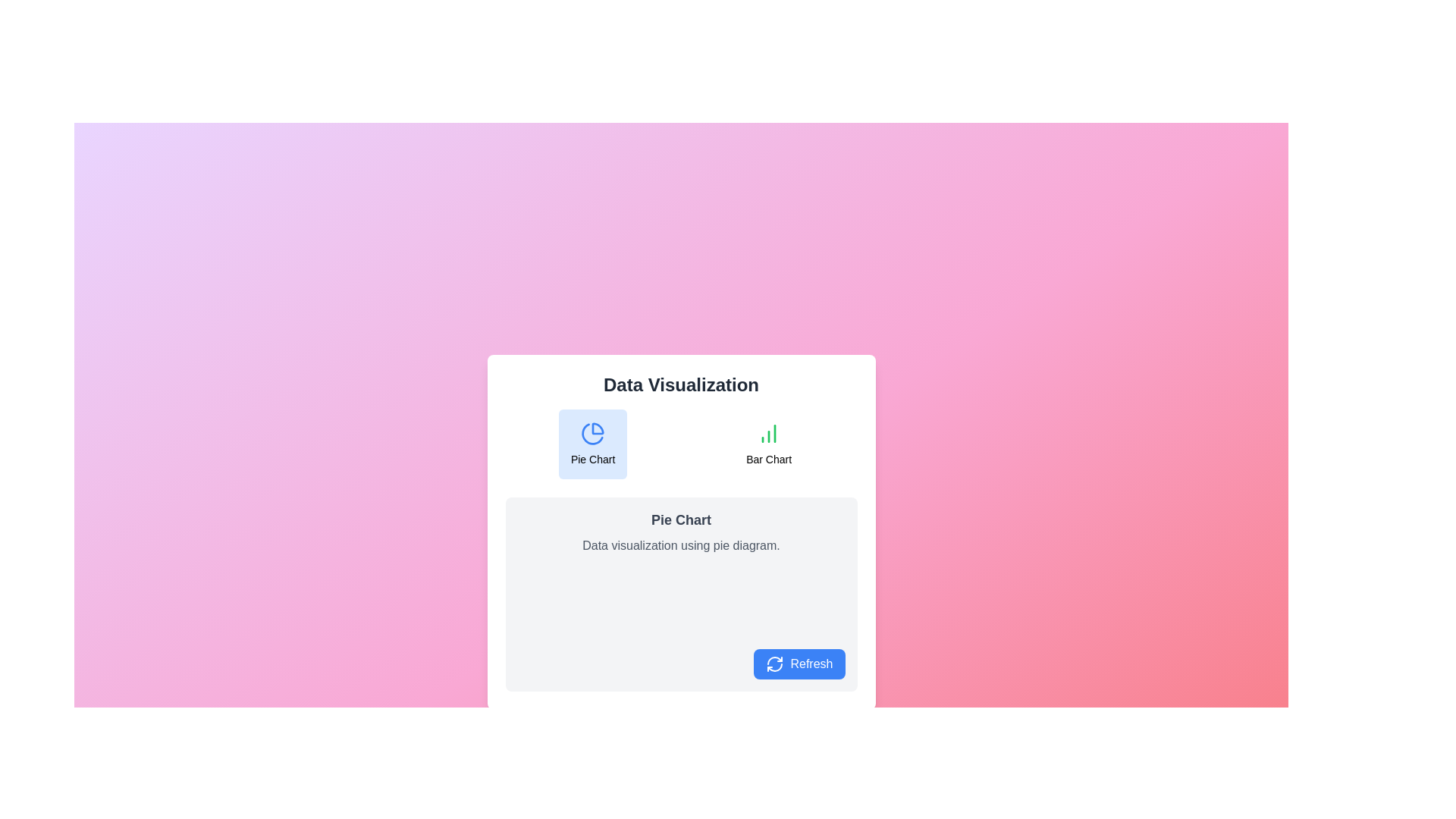 This screenshot has width=1456, height=819. Describe the element at coordinates (680, 519) in the screenshot. I see `the text label that reads 'Pie Chart' displayed in bold gray font within a light gray rectangular box` at that location.